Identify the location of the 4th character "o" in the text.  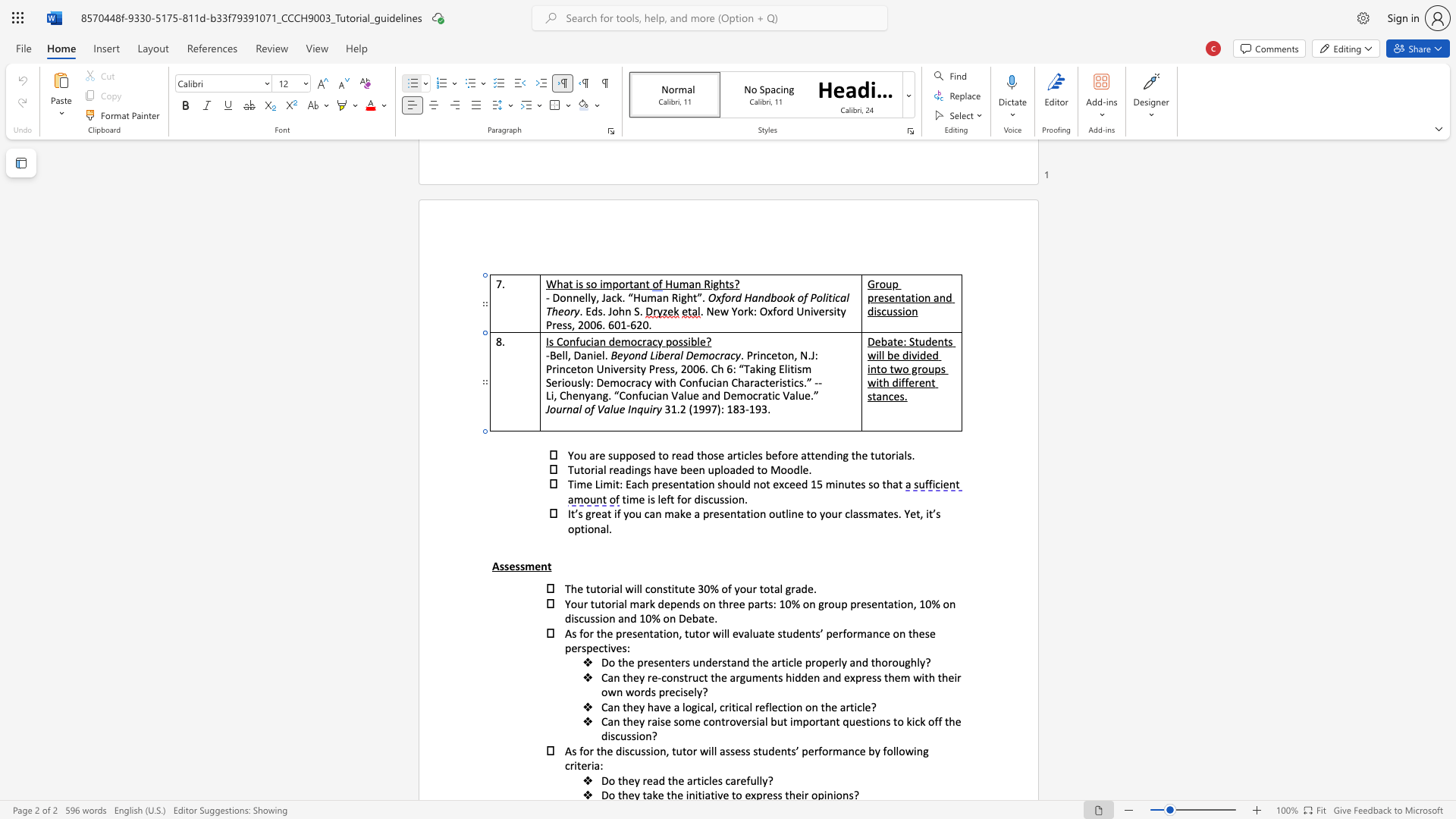
(895, 661).